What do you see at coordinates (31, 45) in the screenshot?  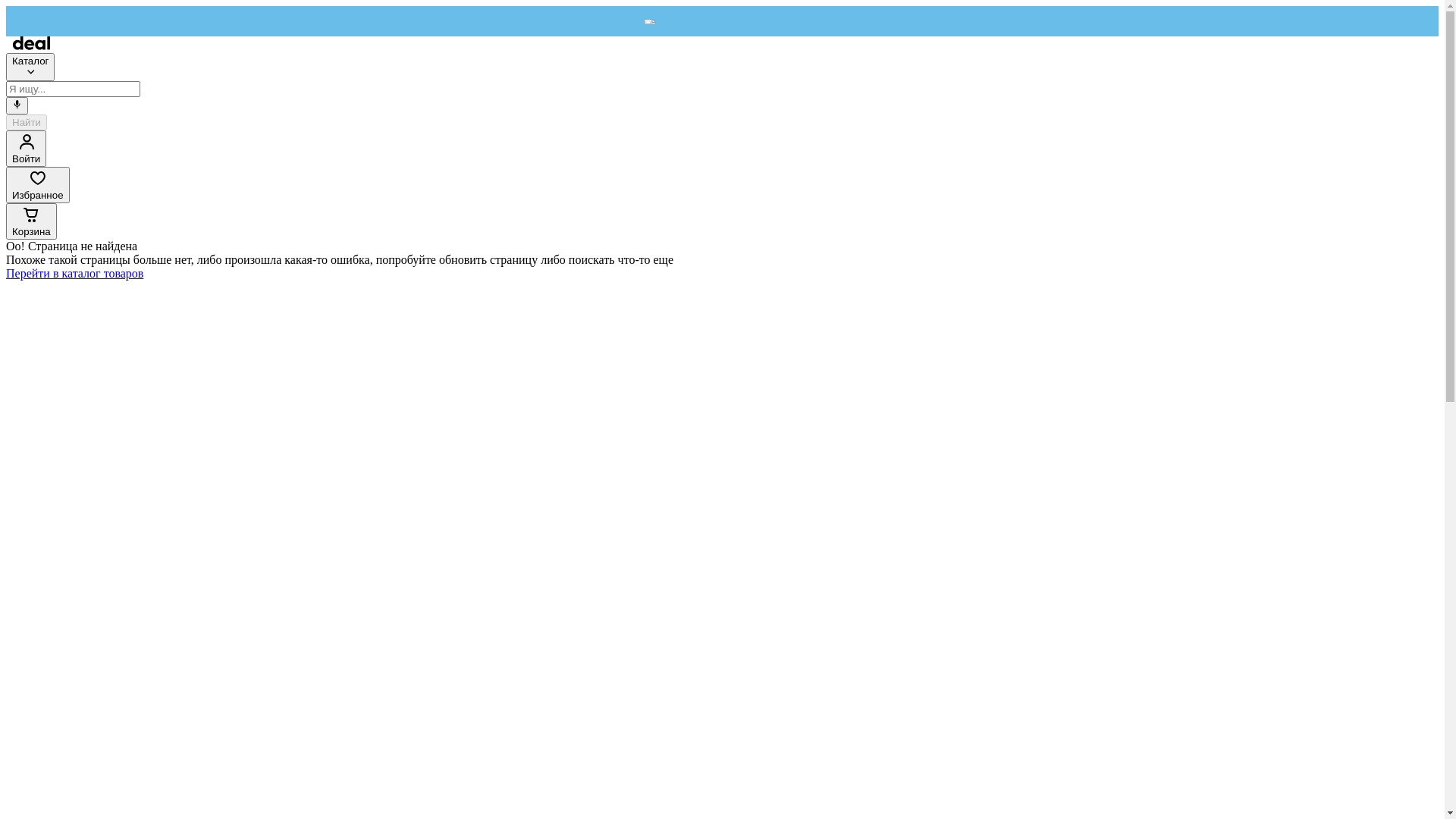 I see `'deal.by'` at bounding box center [31, 45].